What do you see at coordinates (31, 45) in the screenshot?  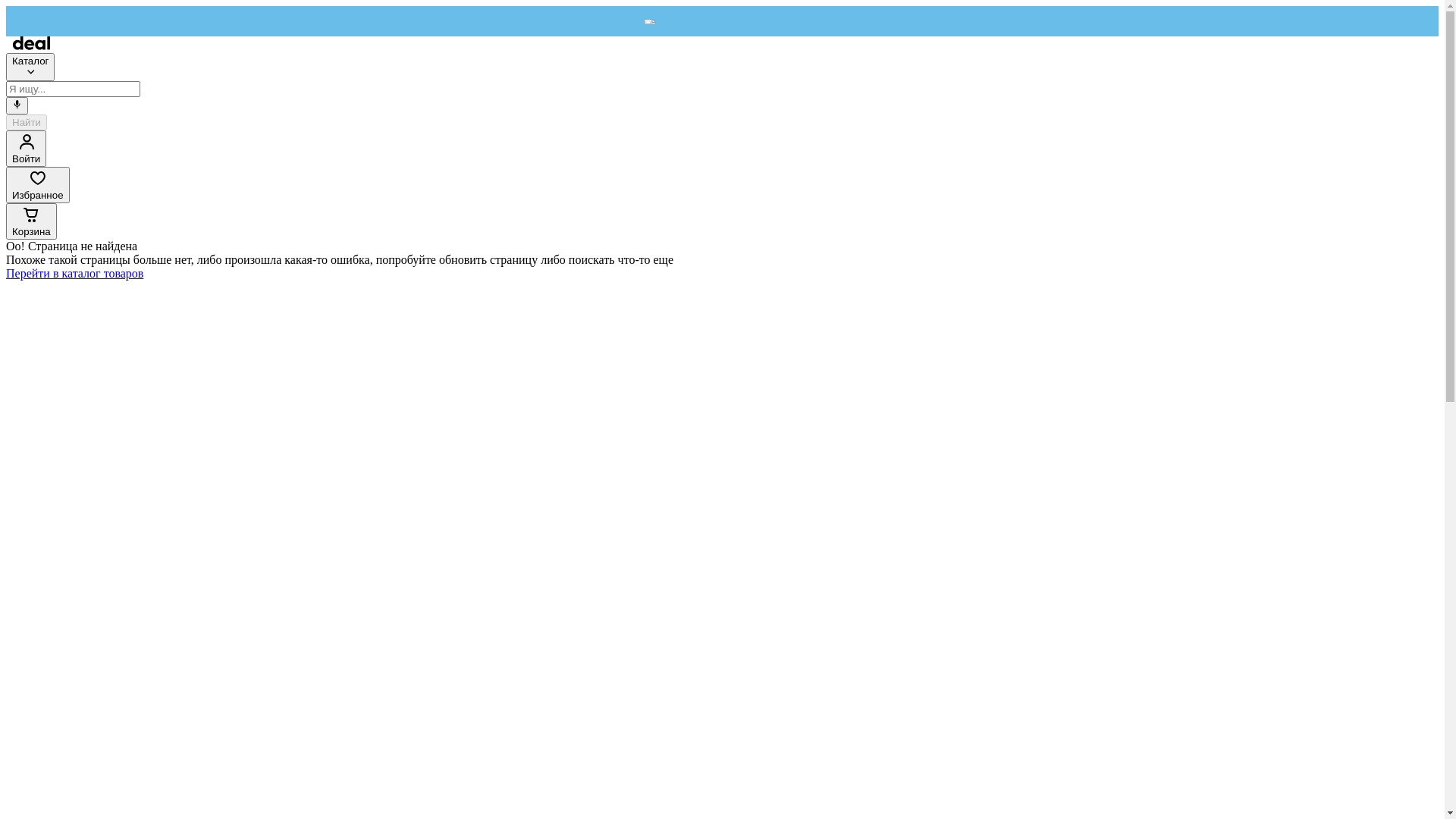 I see `'deal.by'` at bounding box center [31, 45].